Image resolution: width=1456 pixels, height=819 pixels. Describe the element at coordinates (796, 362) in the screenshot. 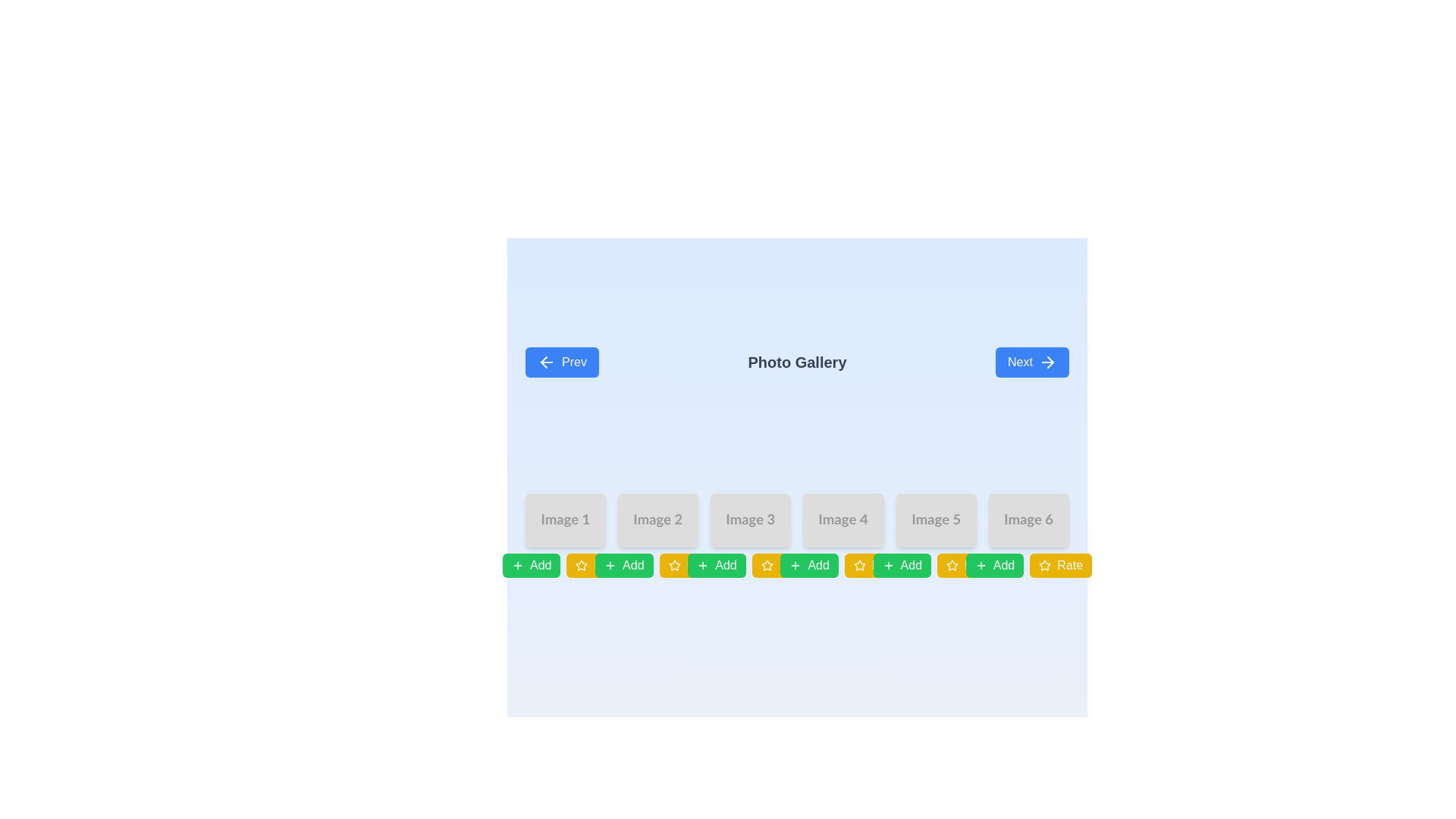

I see `the 'Photo Gallery' text label, which is styled with a large bold font and centrally aligned in the menu bar` at that location.